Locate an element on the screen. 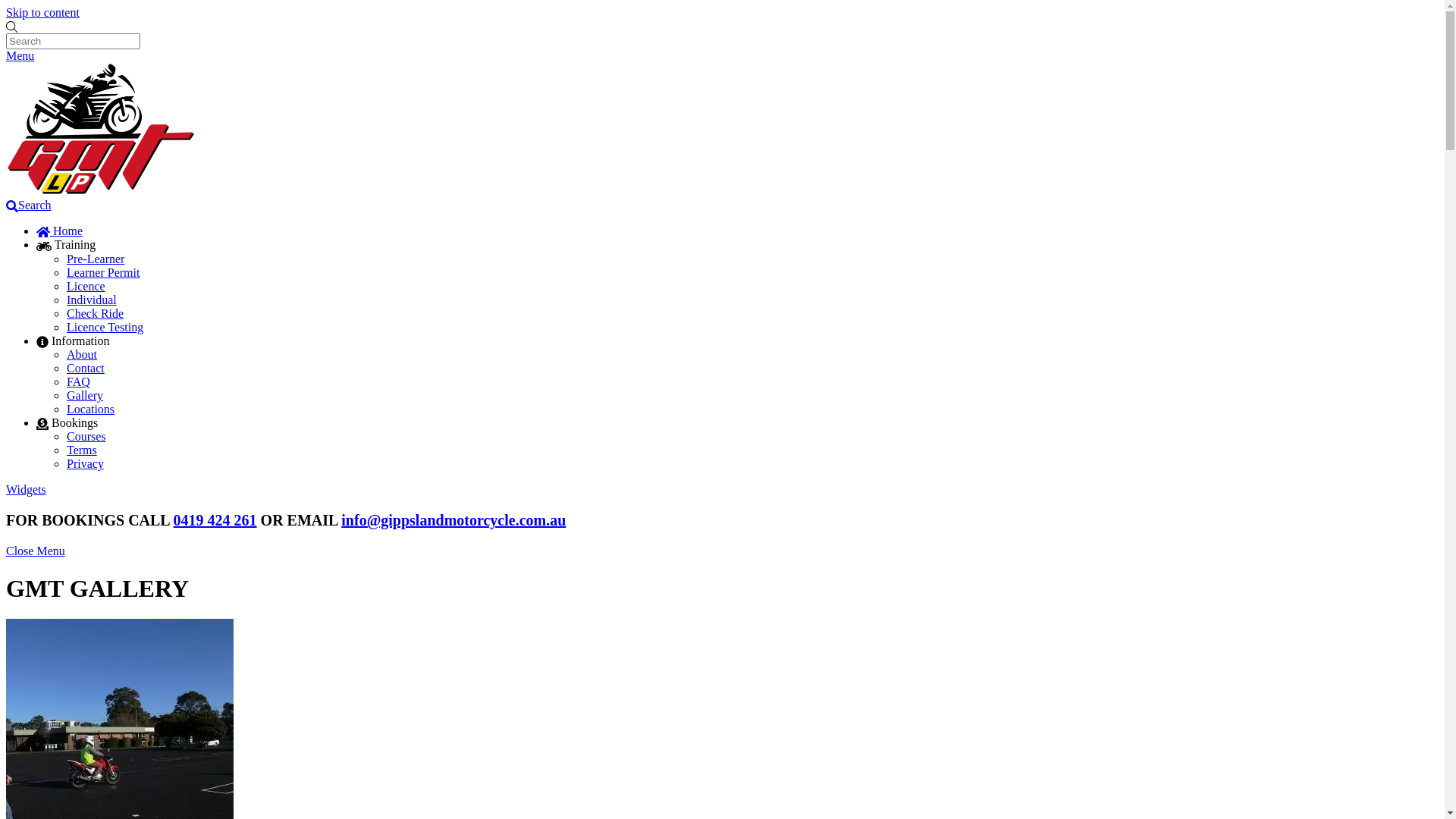 The height and width of the screenshot is (819, 1456). 'Bookings' is located at coordinates (66, 422).